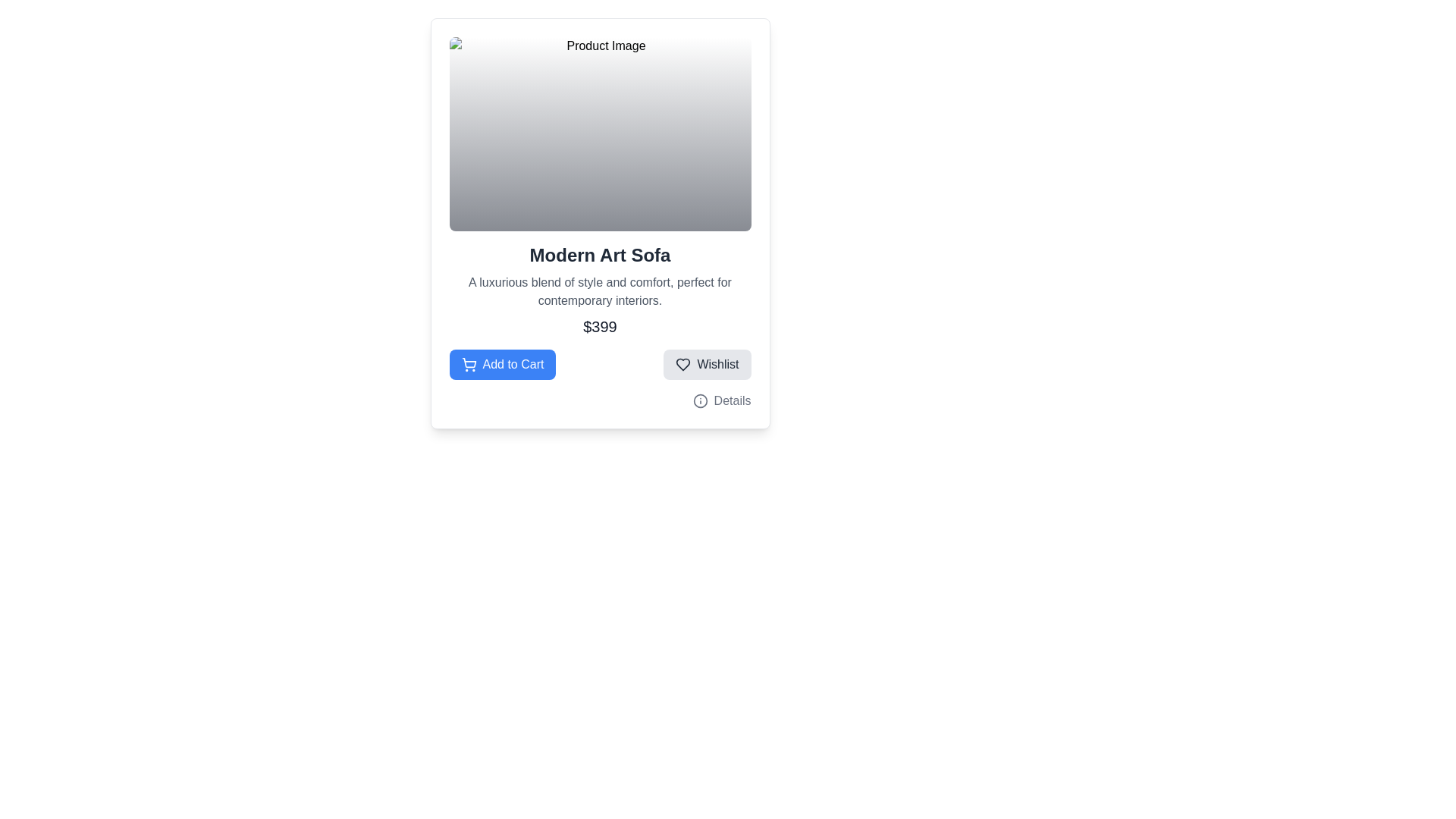  I want to click on the 'Add to Cart' text label located within the blue button at the bottom-left corner of the product card interface, so click(513, 365).